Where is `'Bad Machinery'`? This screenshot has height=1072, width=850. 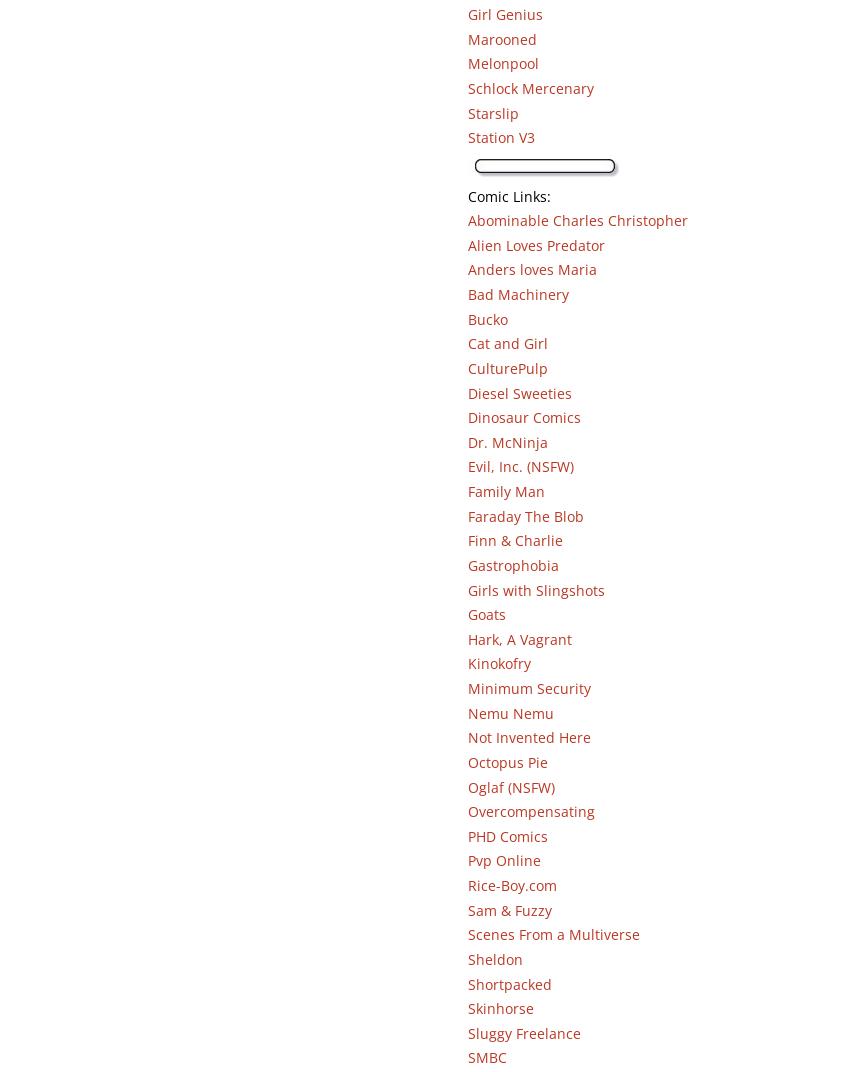
'Bad Machinery' is located at coordinates (516, 293).